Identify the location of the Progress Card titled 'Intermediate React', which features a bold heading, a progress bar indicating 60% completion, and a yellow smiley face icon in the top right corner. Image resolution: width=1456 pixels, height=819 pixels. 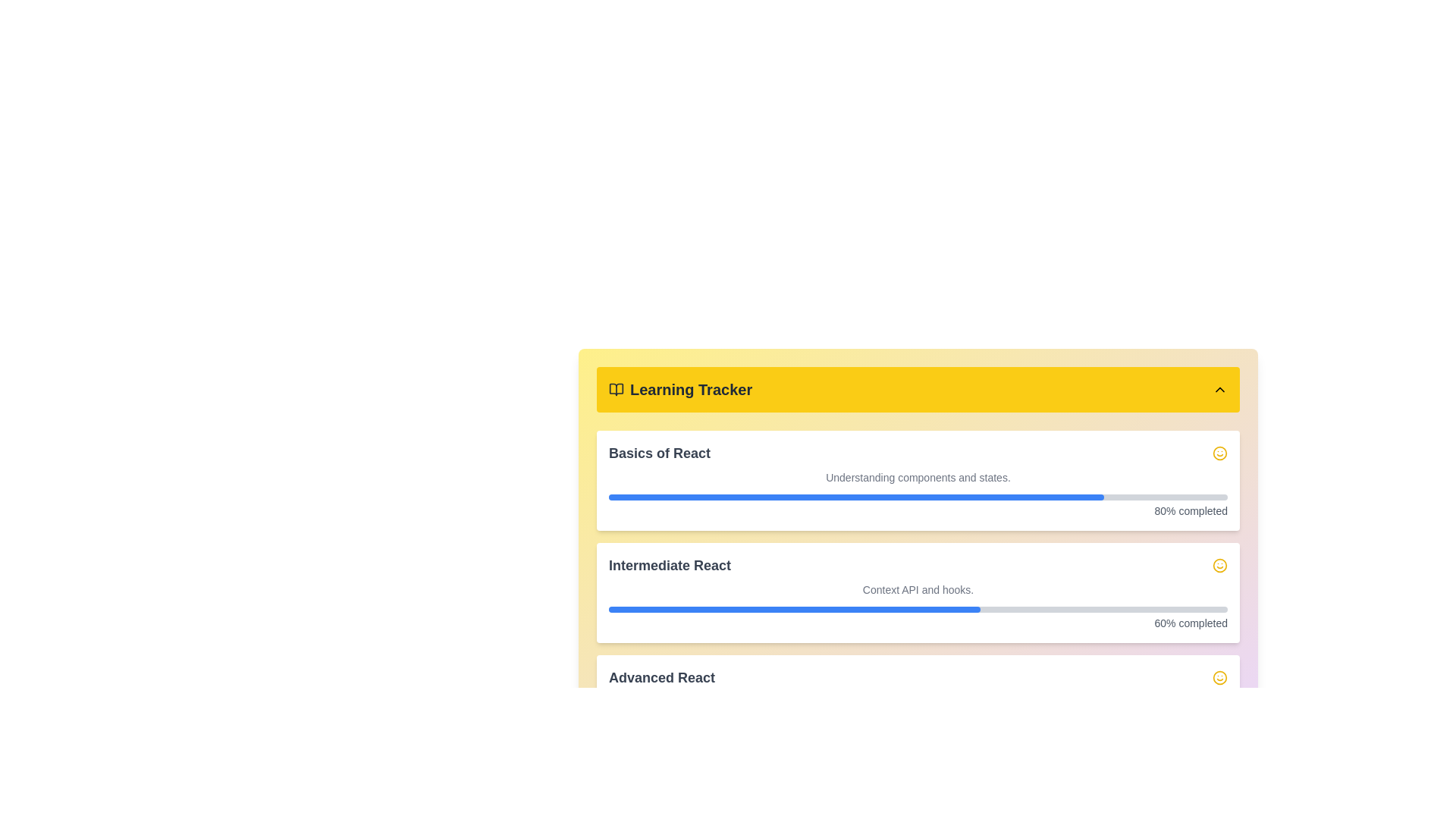
(917, 592).